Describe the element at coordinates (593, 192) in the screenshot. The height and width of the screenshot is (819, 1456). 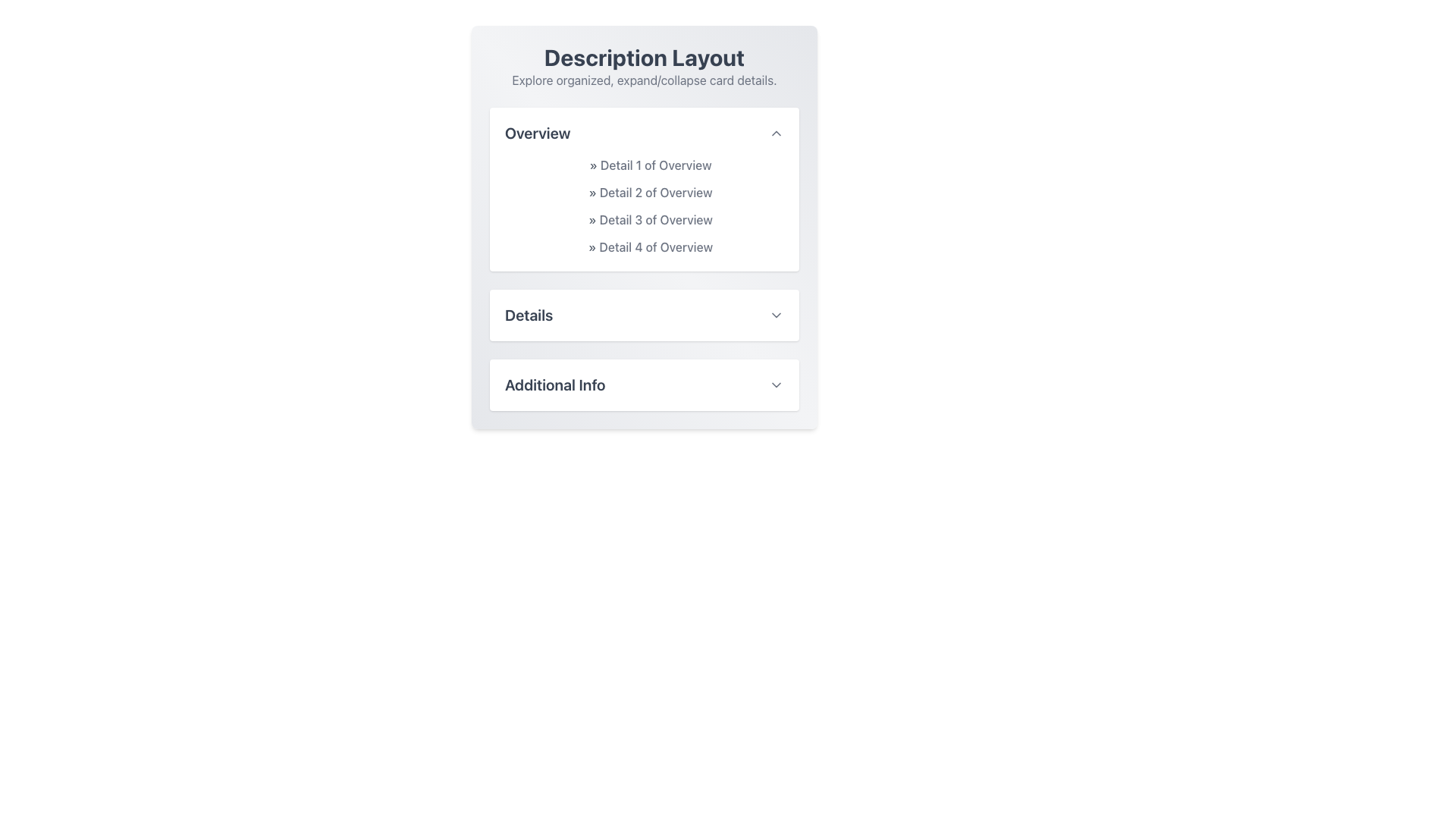
I see `the gray right-pointing chevron symbol ('»') located in the 'Overview' section, preceding the text 'Detail 2 of Overview'` at that location.